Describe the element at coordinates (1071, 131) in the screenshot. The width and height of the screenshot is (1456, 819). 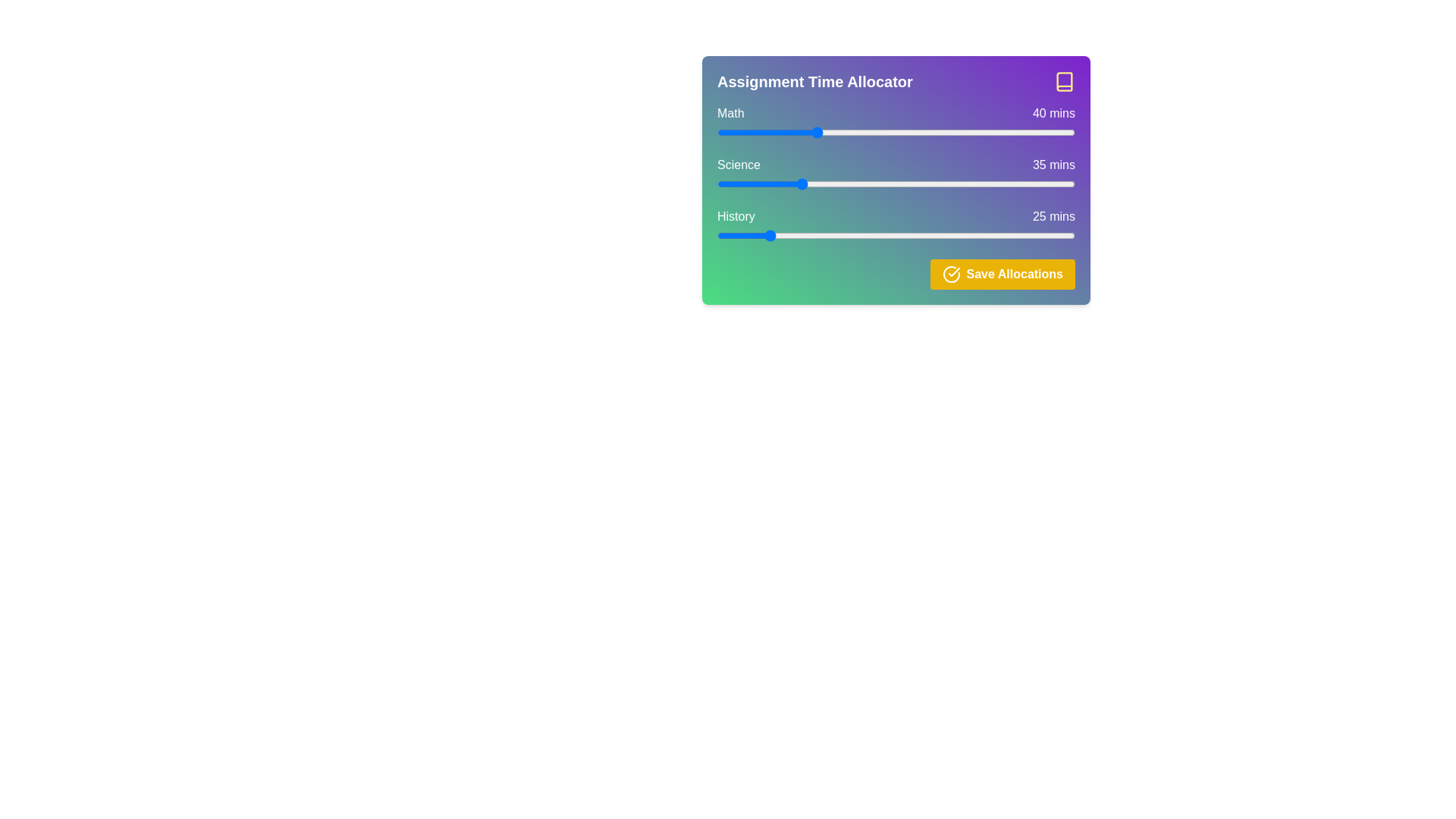
I see `the time allocation for Math` at that location.